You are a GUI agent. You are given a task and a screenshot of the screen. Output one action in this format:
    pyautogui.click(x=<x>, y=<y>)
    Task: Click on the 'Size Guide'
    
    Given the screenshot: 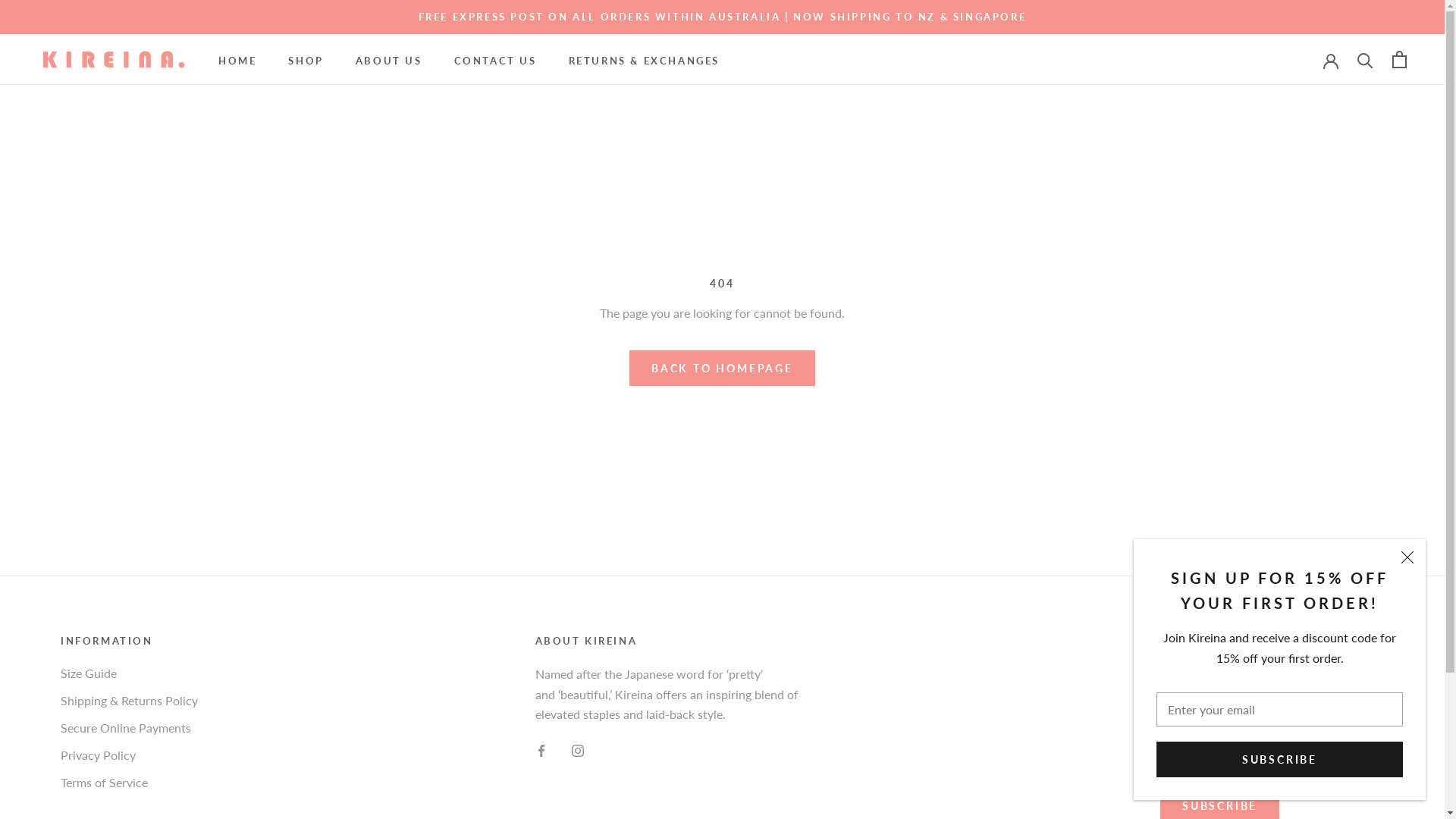 What is the action you would take?
    pyautogui.click(x=129, y=672)
    